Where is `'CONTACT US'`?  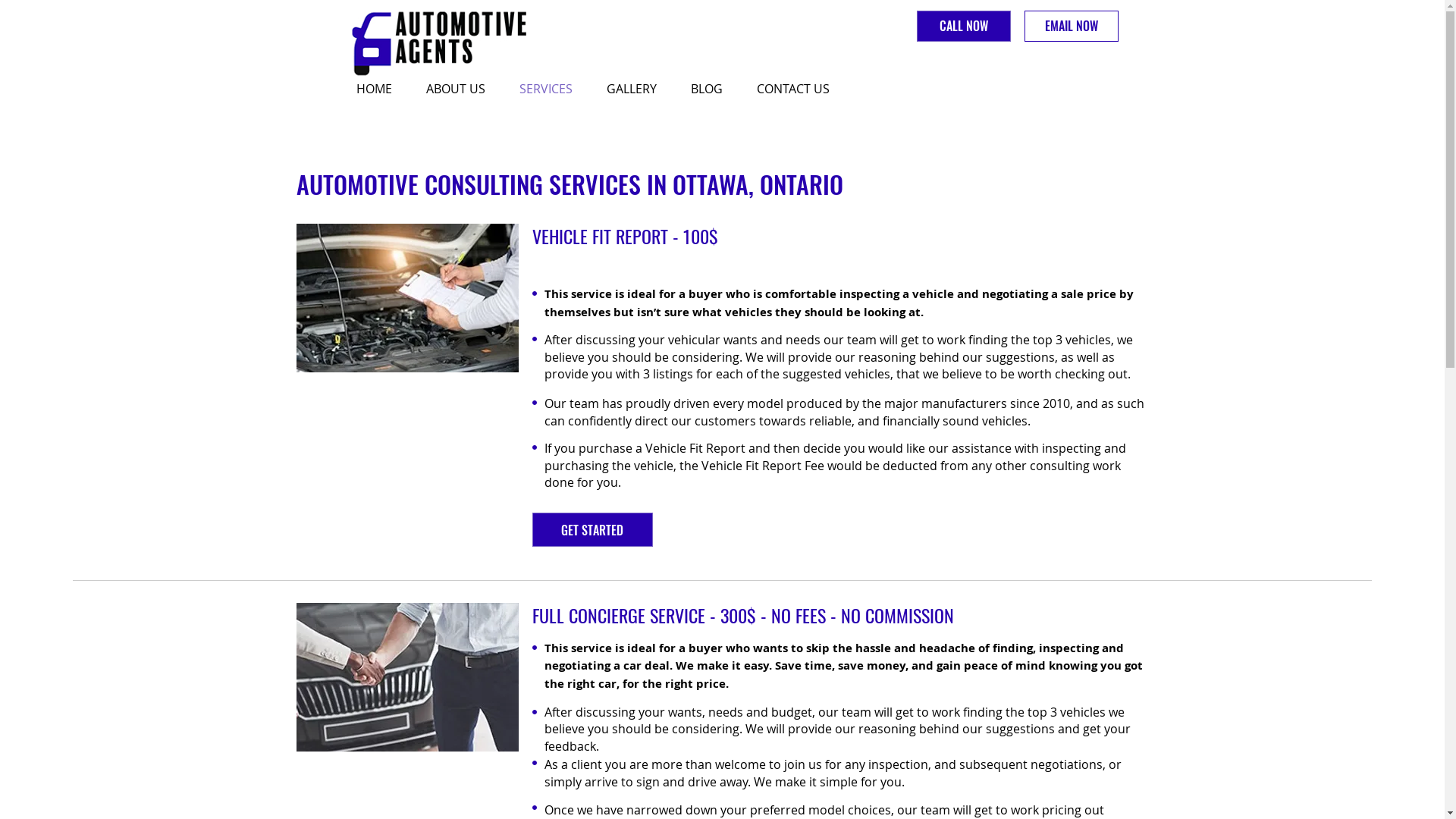 'CONTACT US' is located at coordinates (745, 88).